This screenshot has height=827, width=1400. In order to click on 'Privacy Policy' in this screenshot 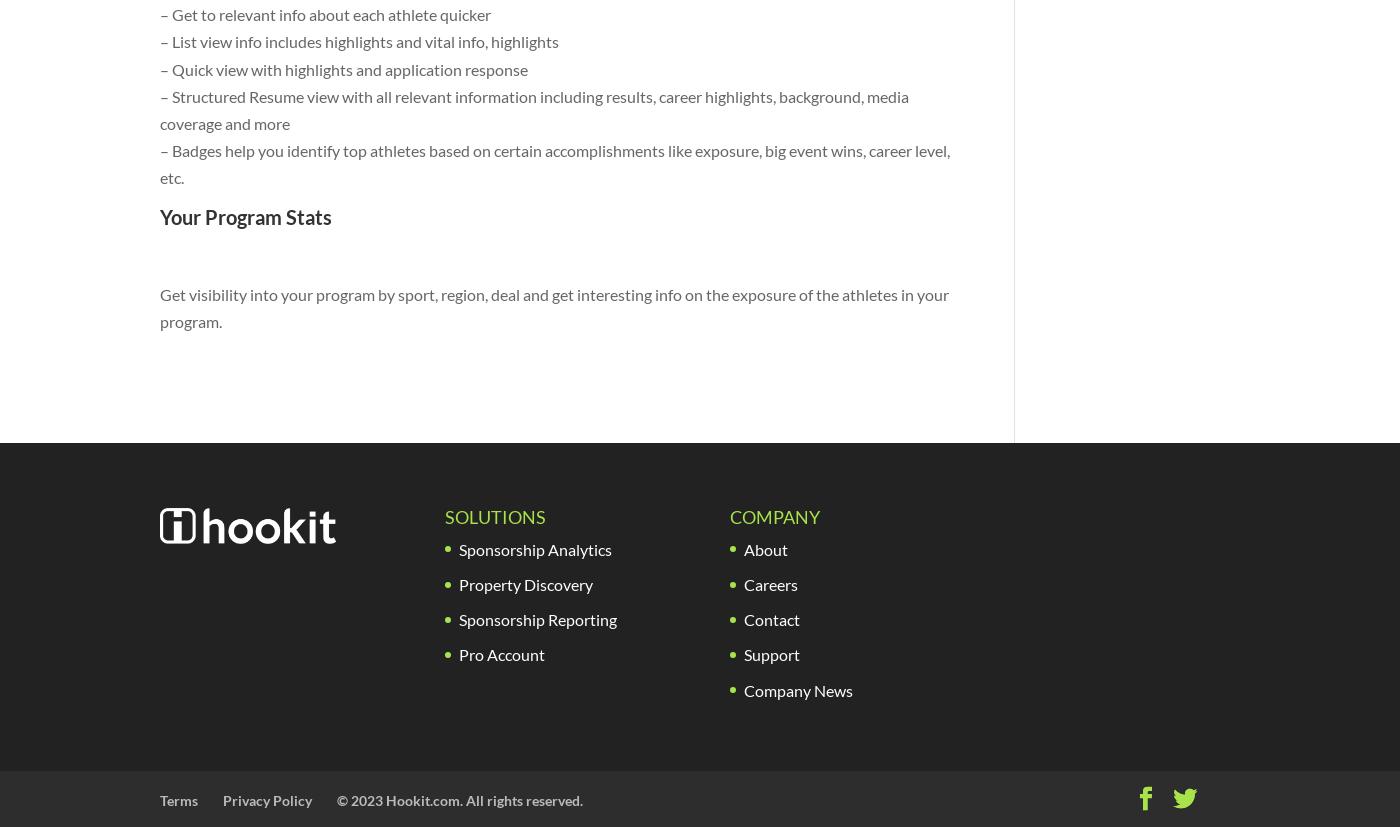, I will do `click(267, 799)`.